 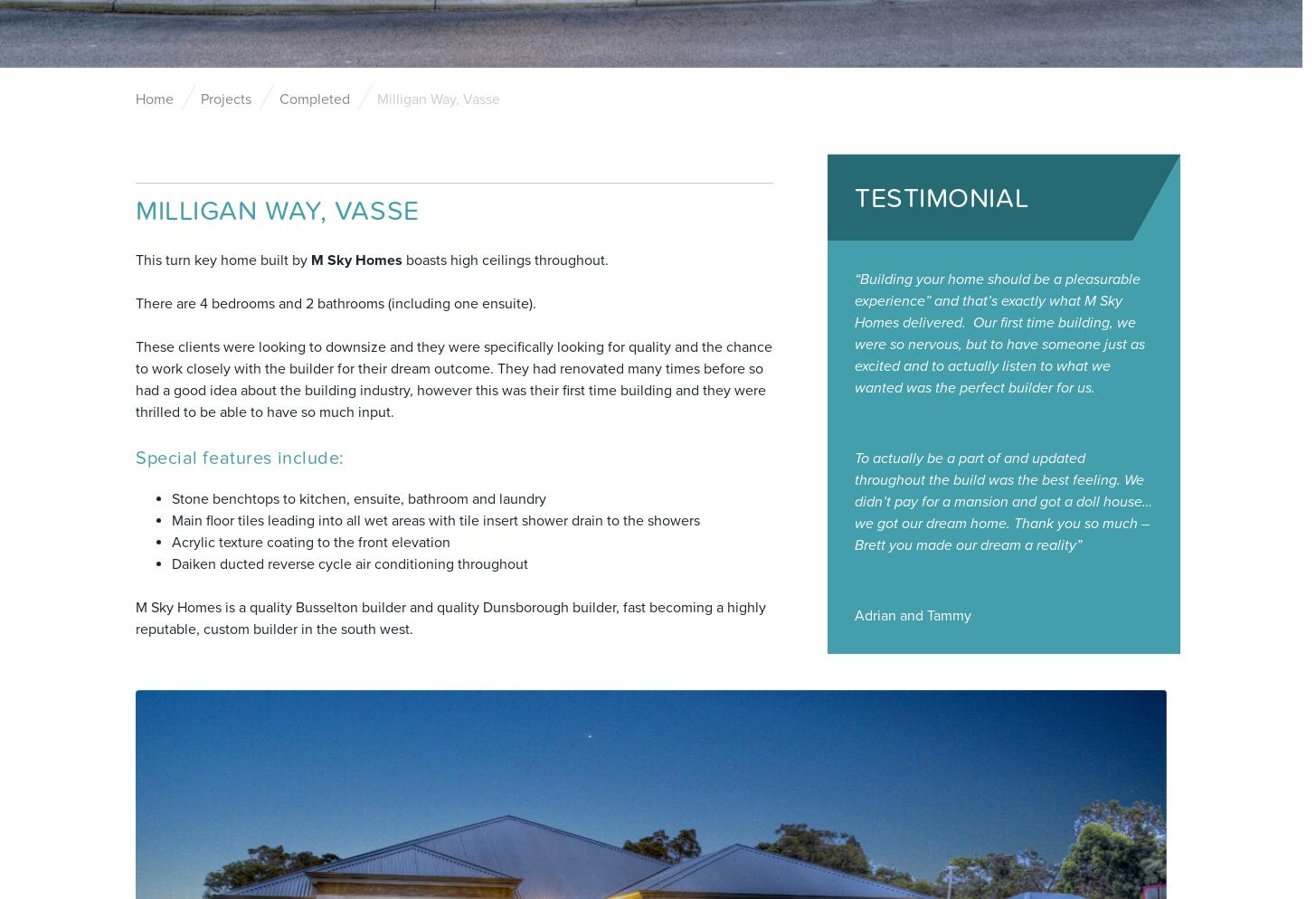 I want to click on 'Acrylic texture coating to the front elevation', so click(x=310, y=541).